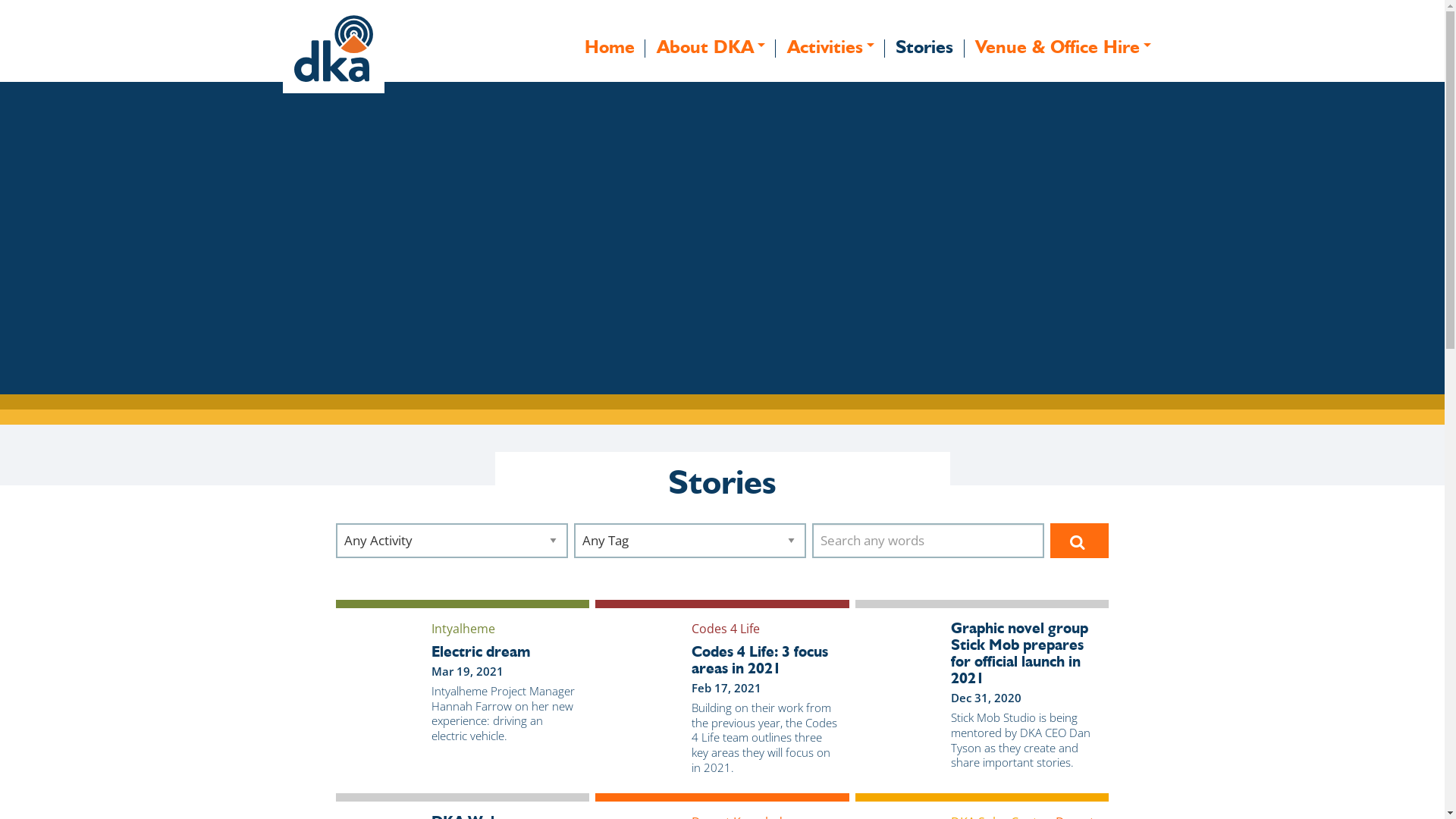 This screenshot has width=1456, height=819. I want to click on 'Codes 4 Life: 3 focus areas in 2021', so click(764, 659).